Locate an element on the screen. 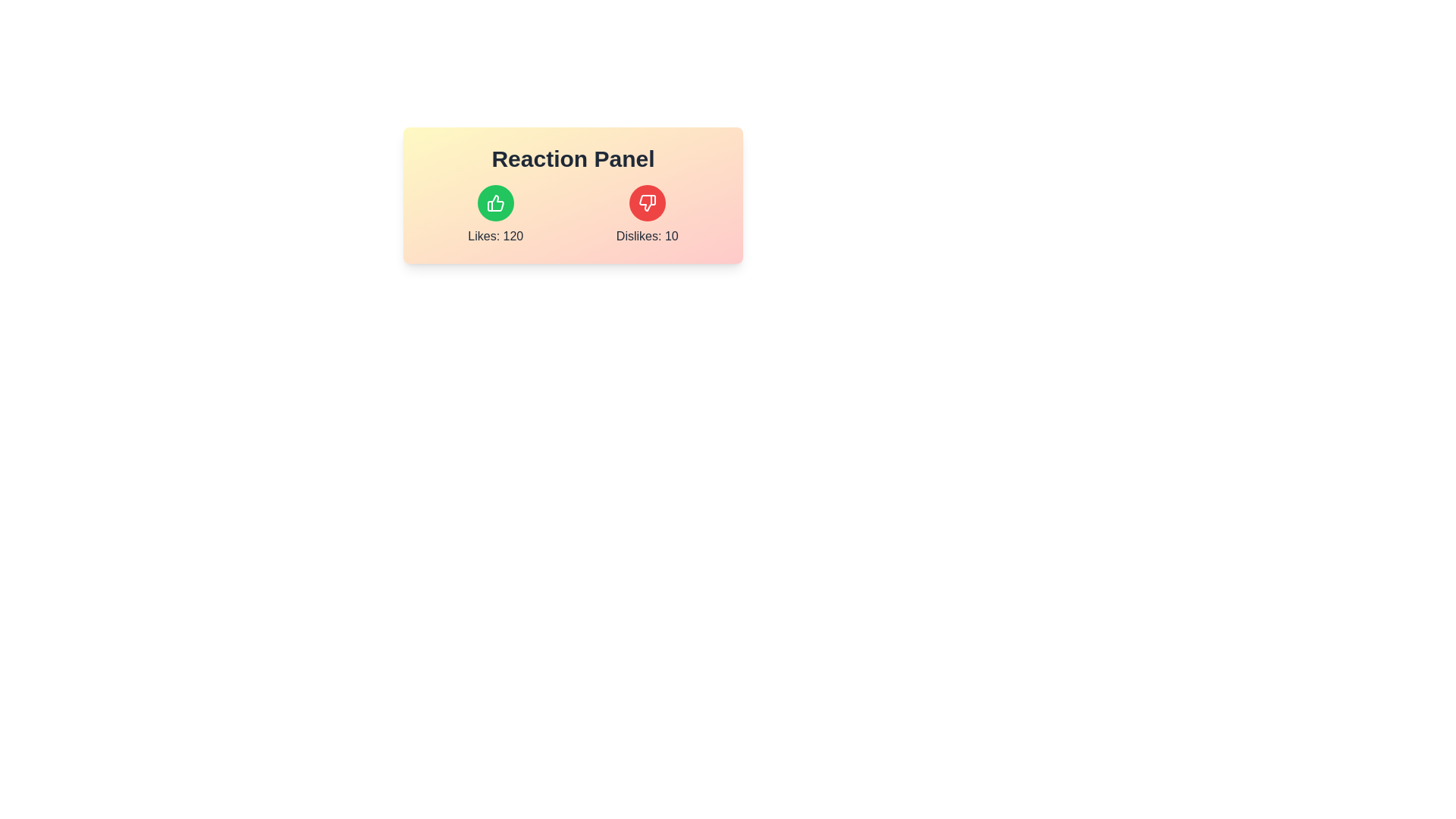 This screenshot has width=1456, height=819. the thumbs-down icon representing the dislike functionality located in the Reaction Panel, below the number '10' is located at coordinates (647, 202).